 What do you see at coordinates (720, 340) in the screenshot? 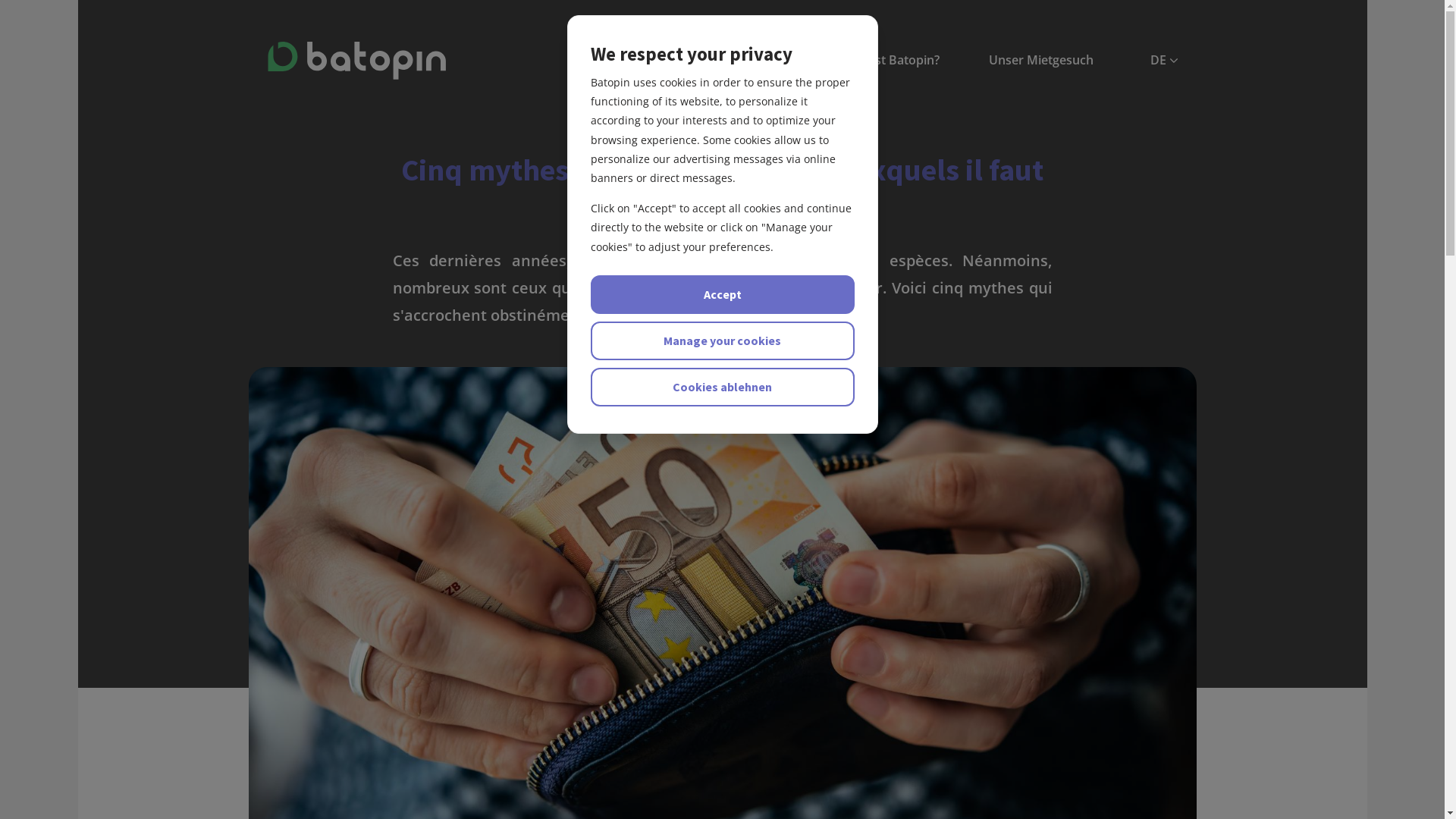
I see `'Manage your cookies'` at bounding box center [720, 340].